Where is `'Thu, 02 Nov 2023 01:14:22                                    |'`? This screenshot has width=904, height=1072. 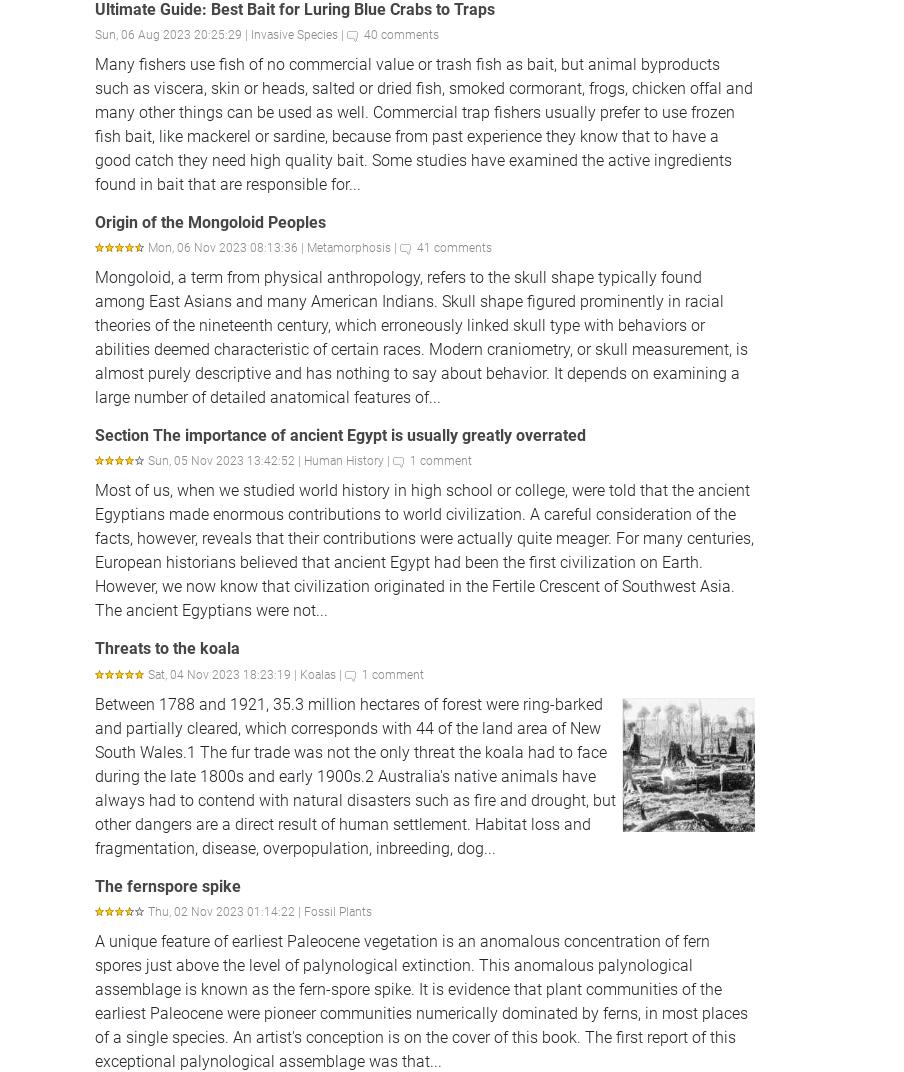
'Thu, 02 Nov 2023 01:14:22                                    |' is located at coordinates (226, 910).